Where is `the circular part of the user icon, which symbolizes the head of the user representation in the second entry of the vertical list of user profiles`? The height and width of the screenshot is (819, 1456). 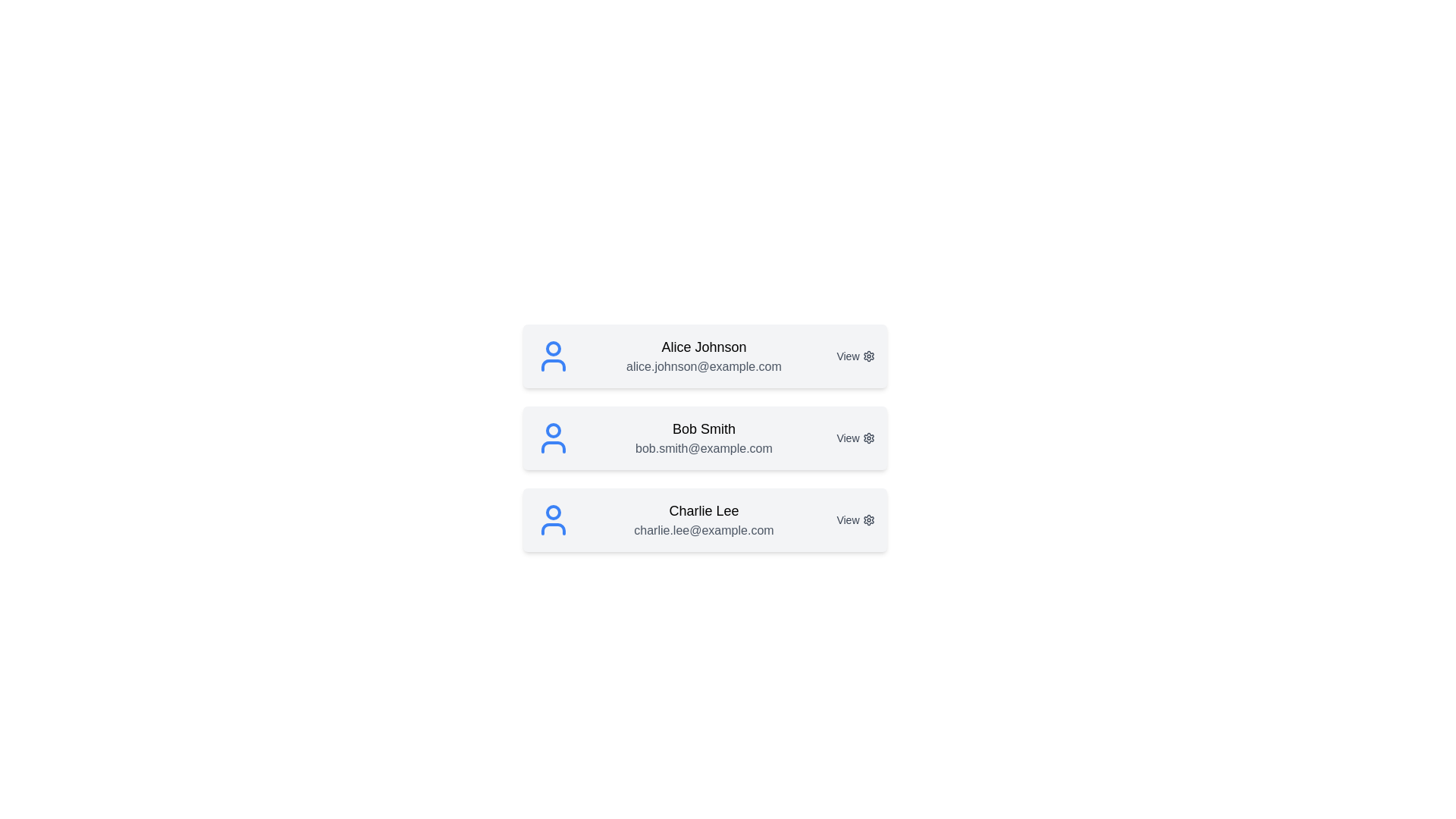
the circular part of the user icon, which symbolizes the head of the user representation in the second entry of the vertical list of user profiles is located at coordinates (552, 430).